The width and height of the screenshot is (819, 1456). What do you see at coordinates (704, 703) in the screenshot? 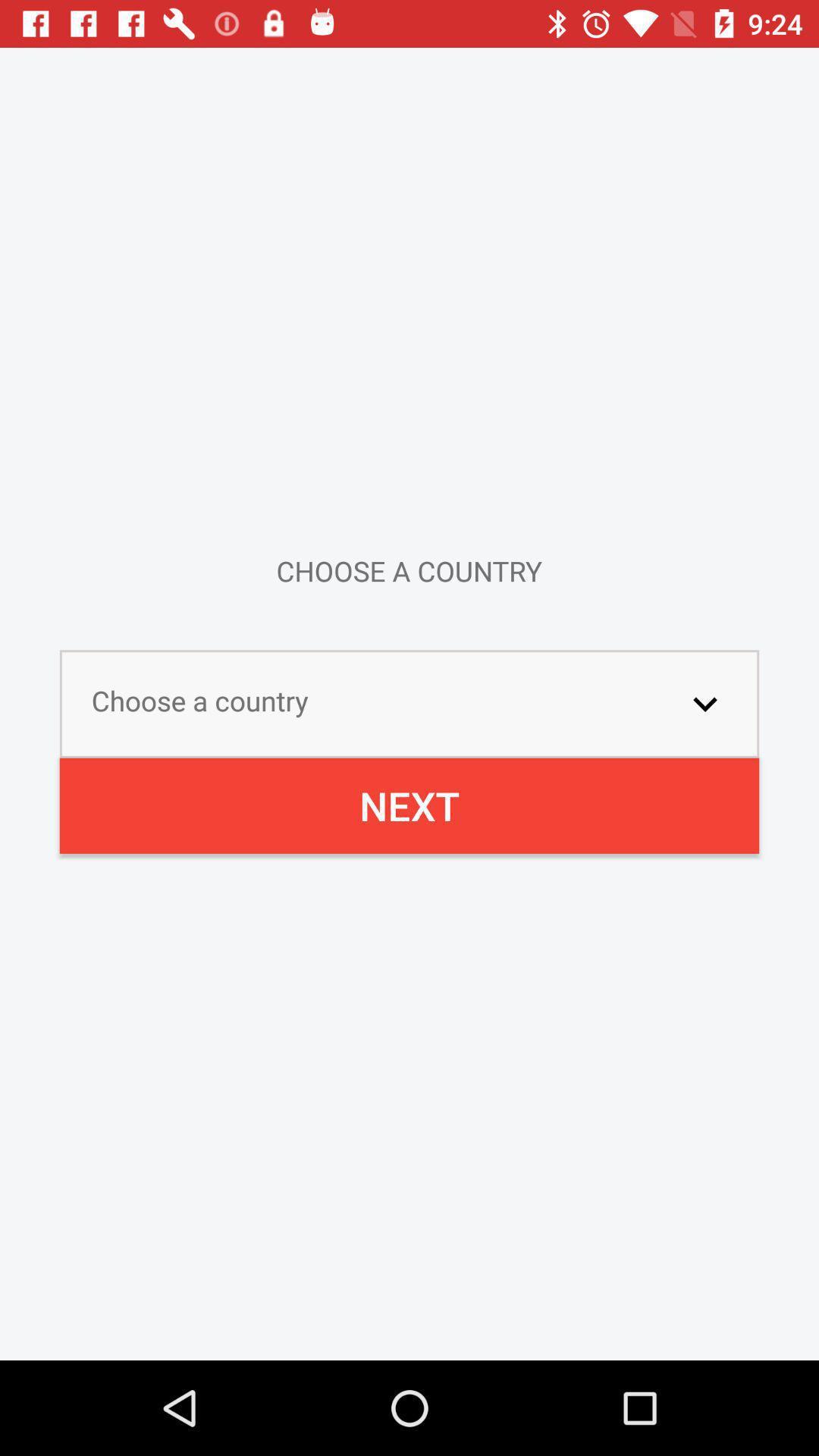
I see `country` at bounding box center [704, 703].